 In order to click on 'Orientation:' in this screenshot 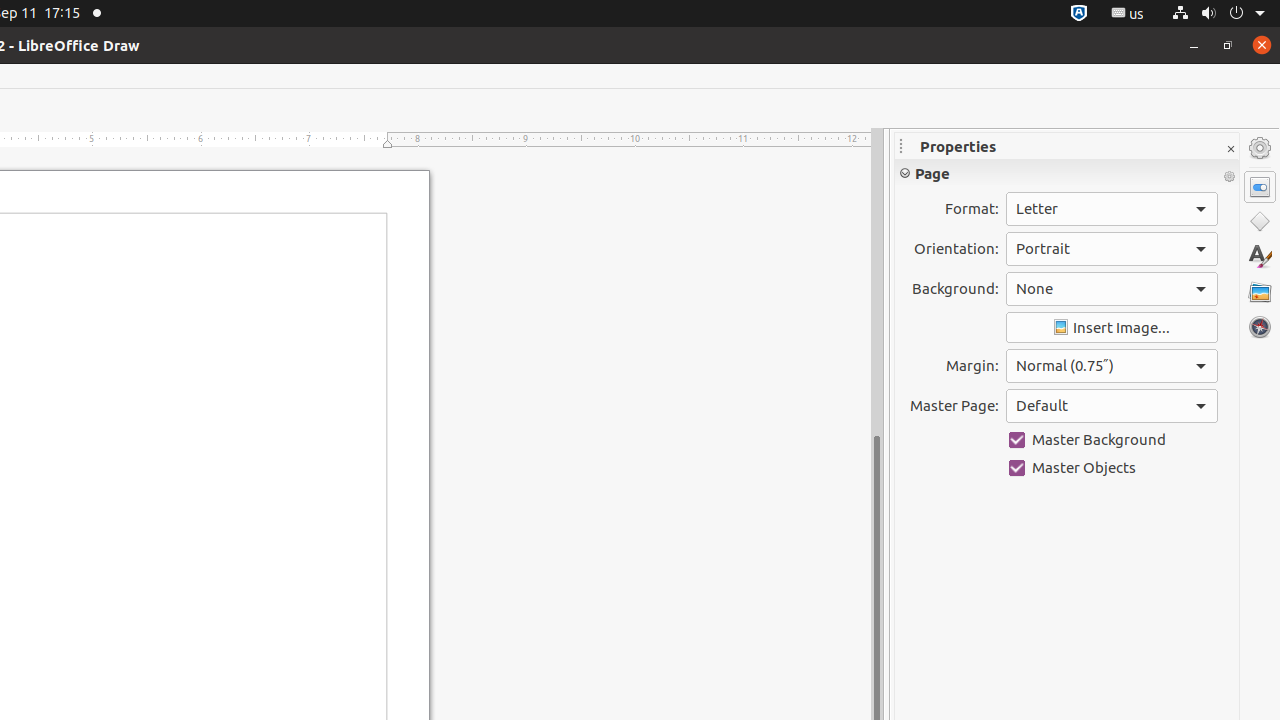, I will do `click(1110, 247)`.